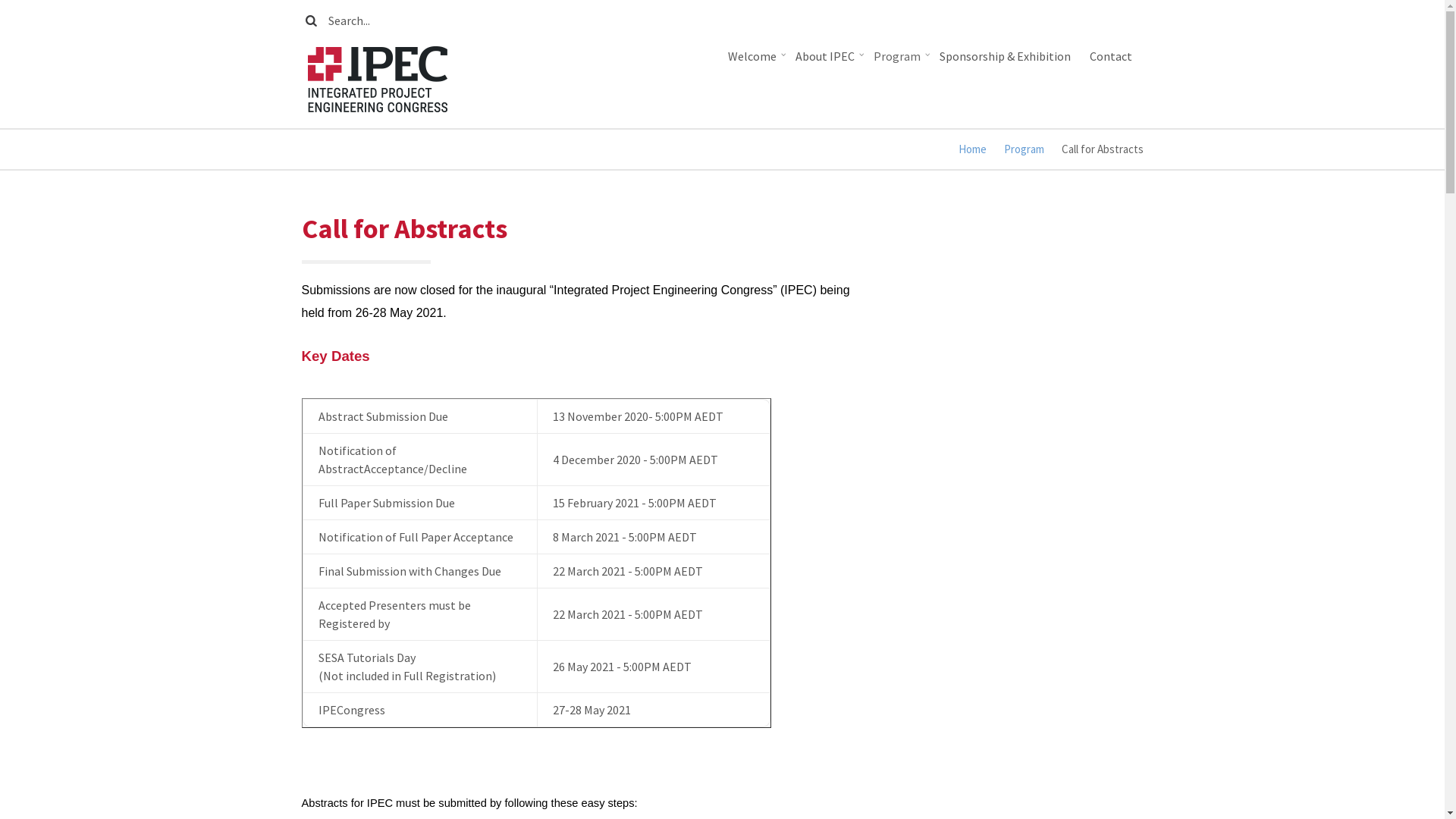 This screenshot has height=819, width=1456. Describe the element at coordinates (1006, 55) in the screenshot. I see `'Sponsorship & Exhibition'` at that location.